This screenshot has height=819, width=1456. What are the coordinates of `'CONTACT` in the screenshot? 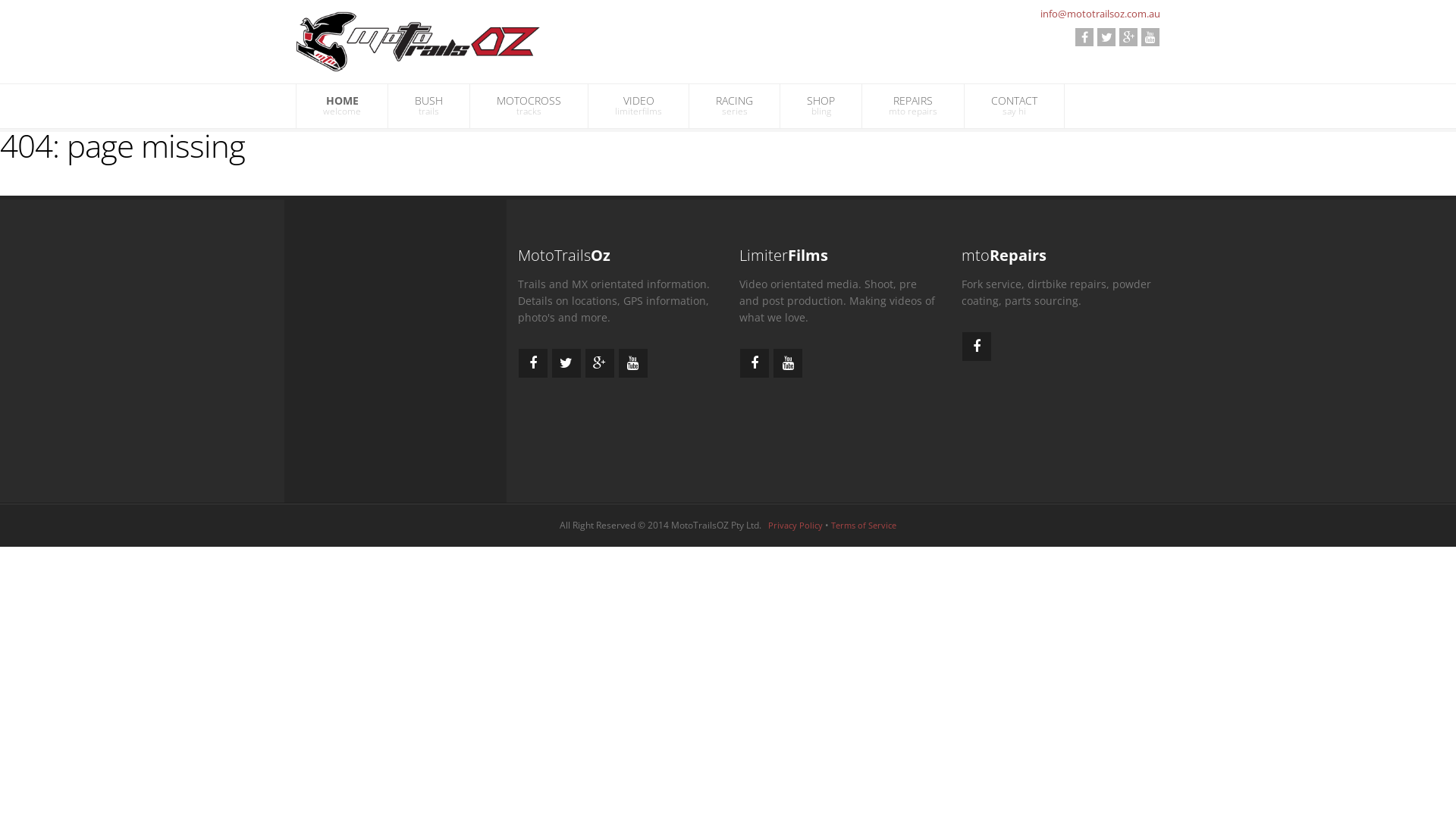 It's located at (1014, 105).